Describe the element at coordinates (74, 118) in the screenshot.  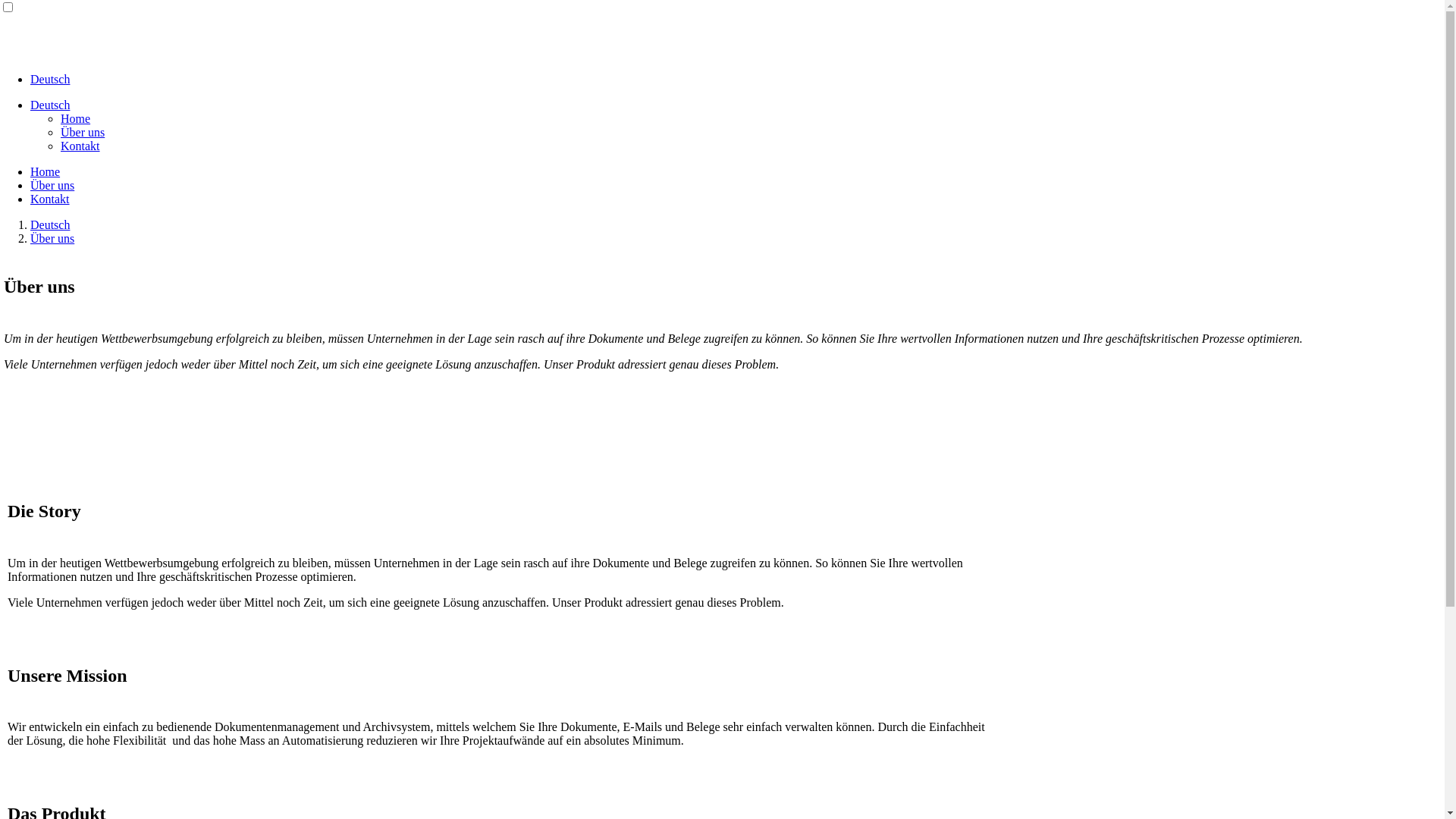
I see `'Home'` at that location.